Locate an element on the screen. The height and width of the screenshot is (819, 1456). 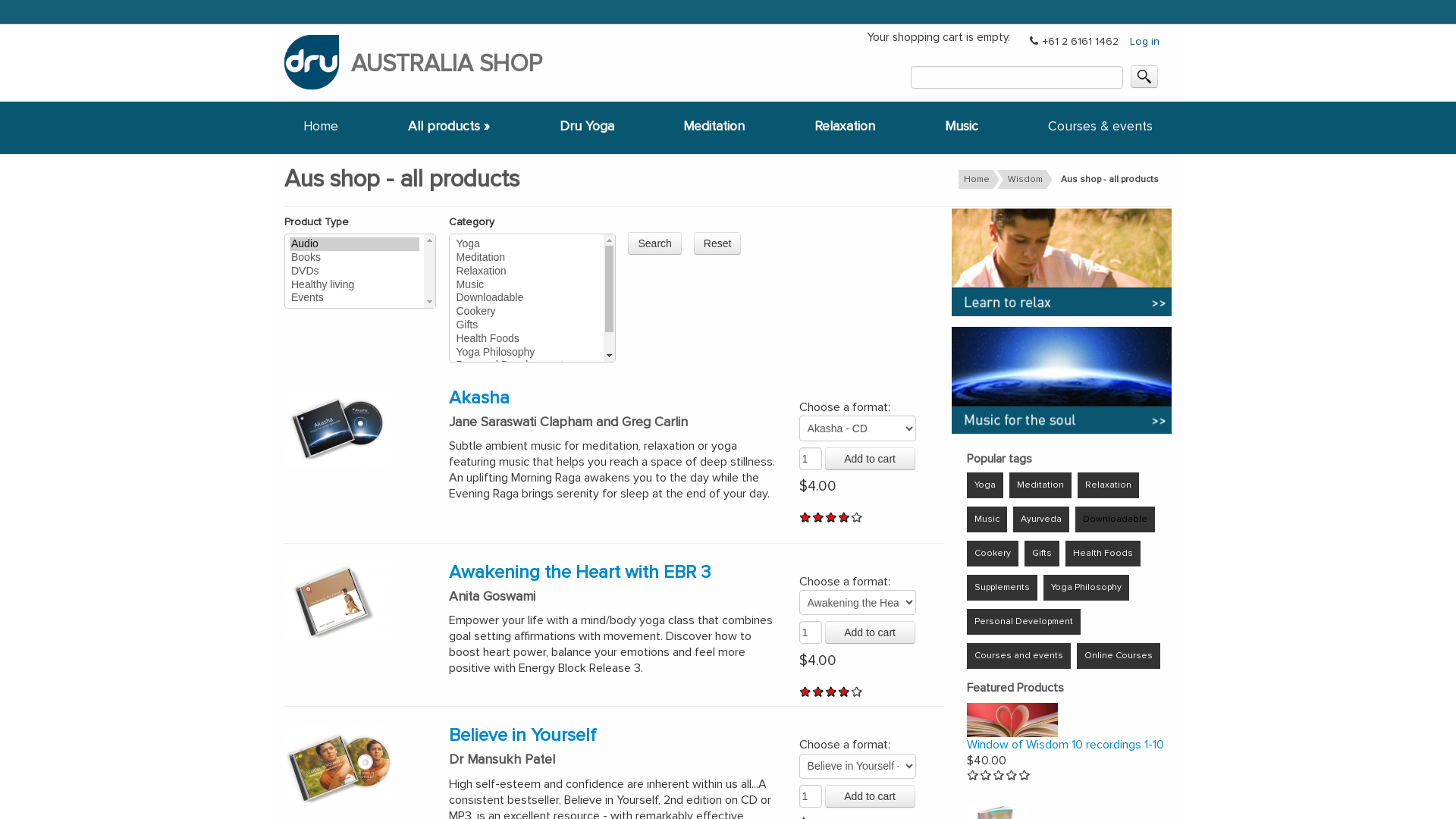
'Return to DruYoga.com Aus home' is located at coordinates (316, 61).